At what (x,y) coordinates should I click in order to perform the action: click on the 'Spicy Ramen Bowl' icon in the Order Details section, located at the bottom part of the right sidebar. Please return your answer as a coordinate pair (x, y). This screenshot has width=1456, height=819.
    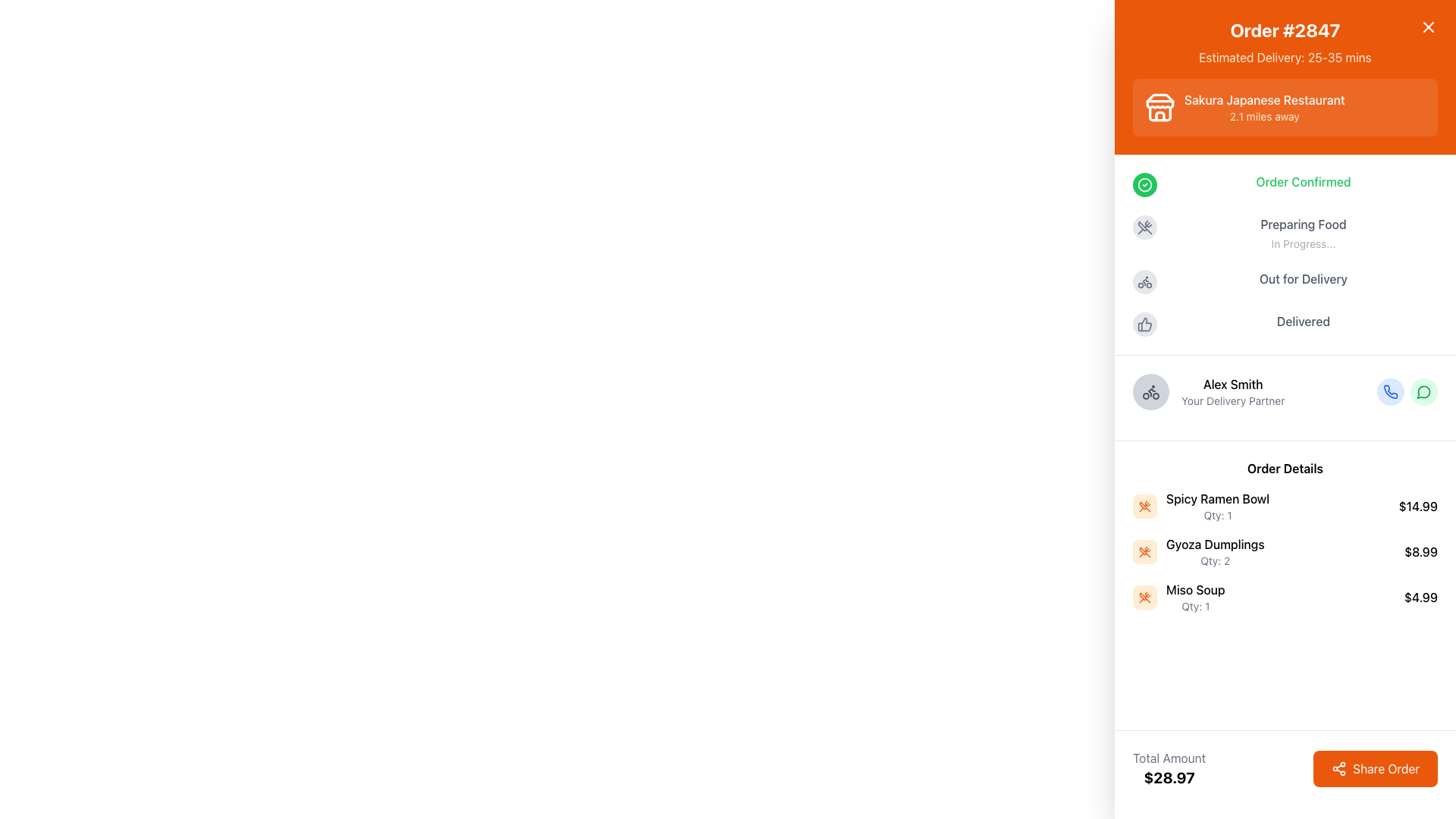
    Looking at the image, I should click on (1145, 506).